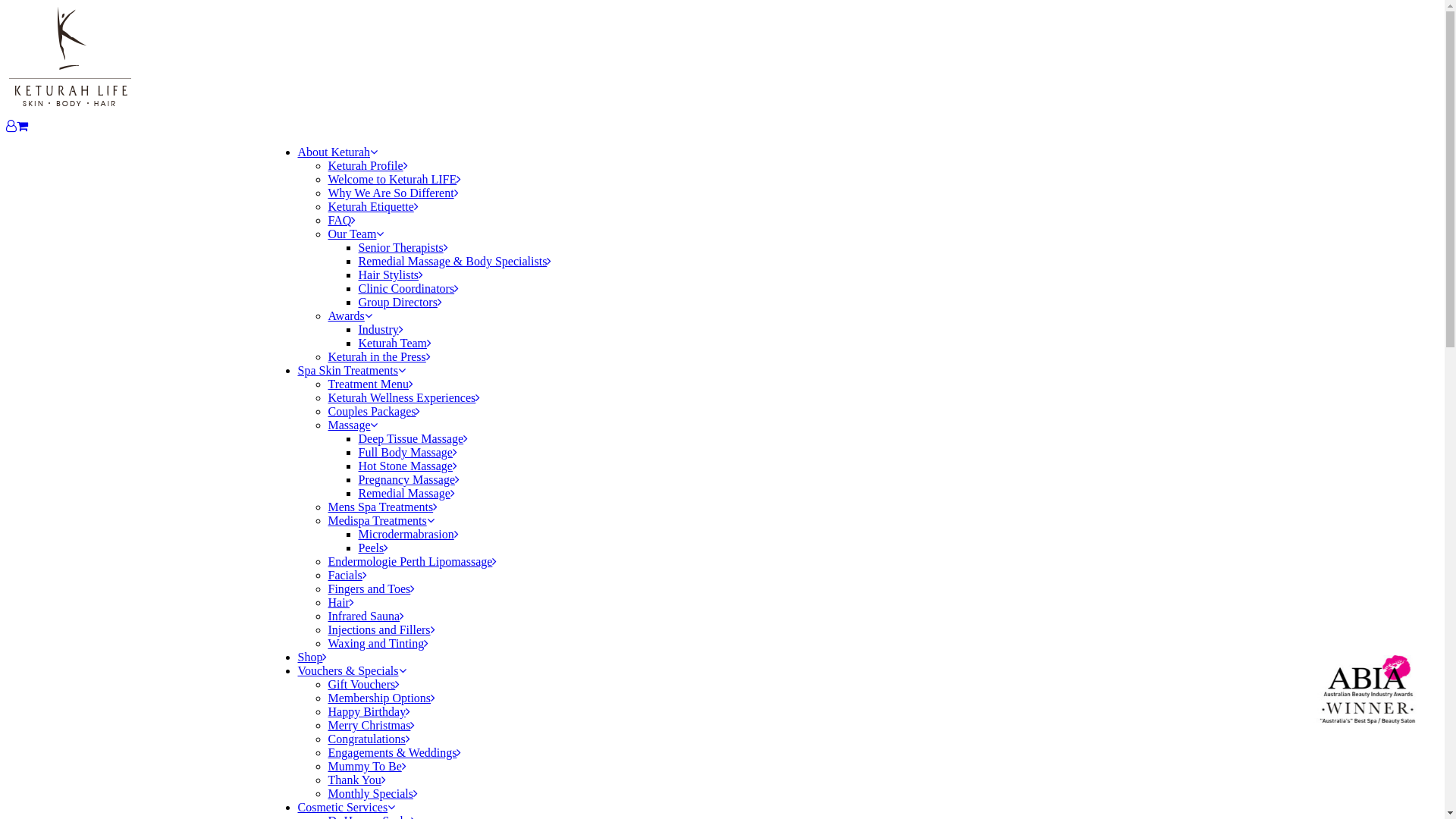 The height and width of the screenshot is (819, 1456). Describe the element at coordinates (327, 356) in the screenshot. I see `'Keturah in the Press'` at that location.